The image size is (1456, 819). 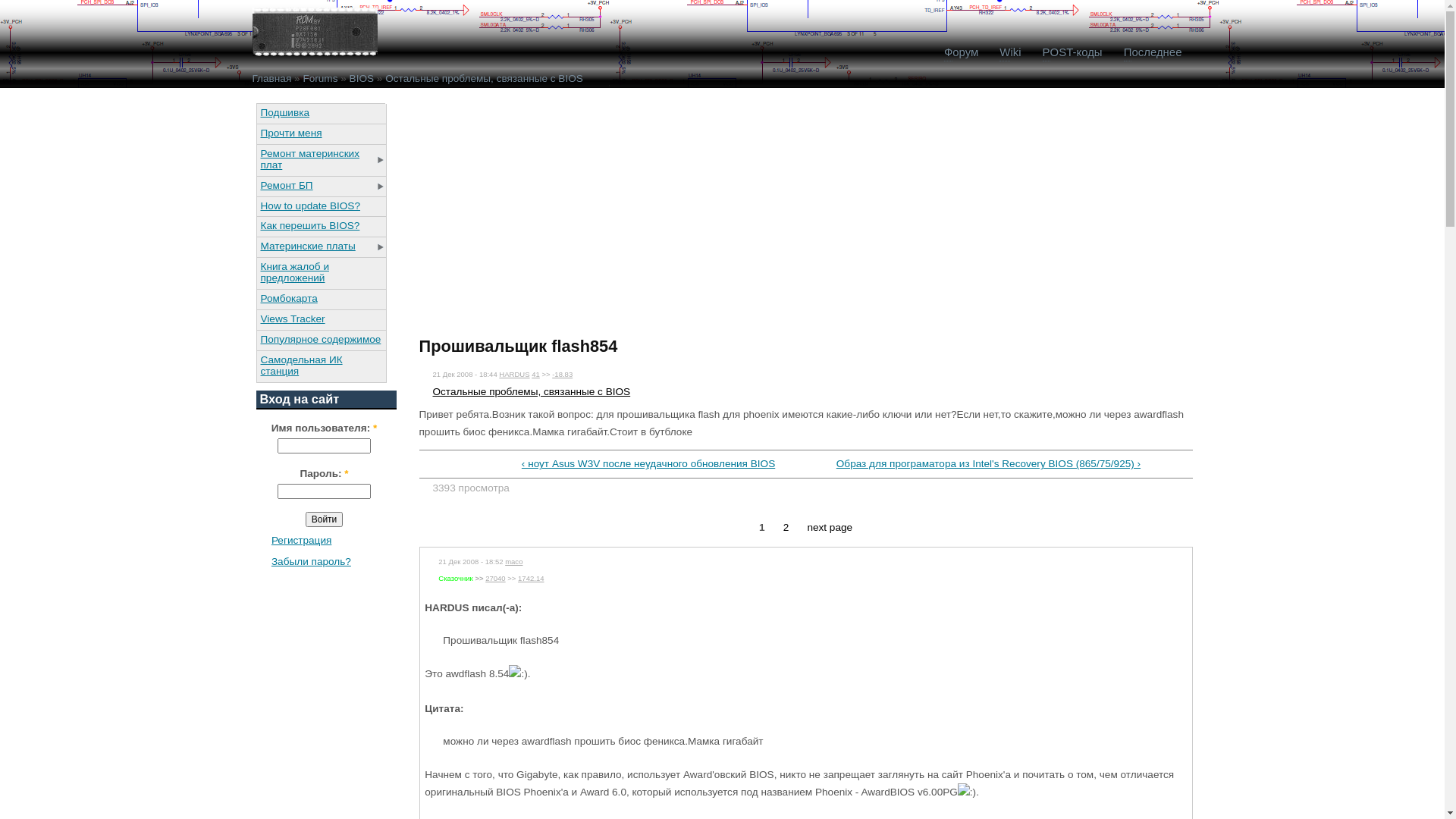 I want to click on '27040', so click(x=484, y=578).